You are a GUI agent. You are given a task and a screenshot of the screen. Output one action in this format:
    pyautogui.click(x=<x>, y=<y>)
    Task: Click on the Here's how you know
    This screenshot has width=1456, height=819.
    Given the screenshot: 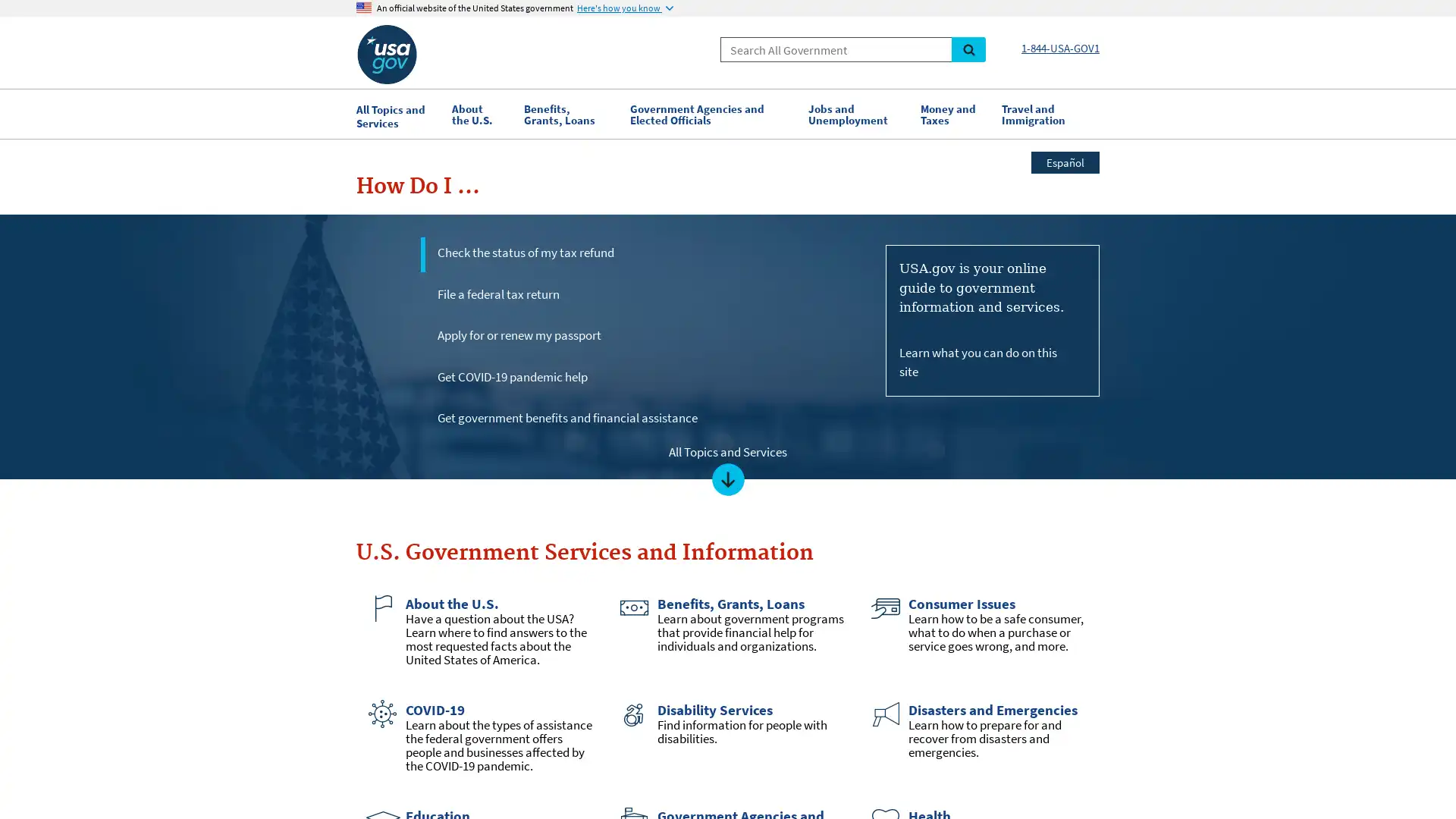 What is the action you would take?
    pyautogui.click(x=625, y=8)
    